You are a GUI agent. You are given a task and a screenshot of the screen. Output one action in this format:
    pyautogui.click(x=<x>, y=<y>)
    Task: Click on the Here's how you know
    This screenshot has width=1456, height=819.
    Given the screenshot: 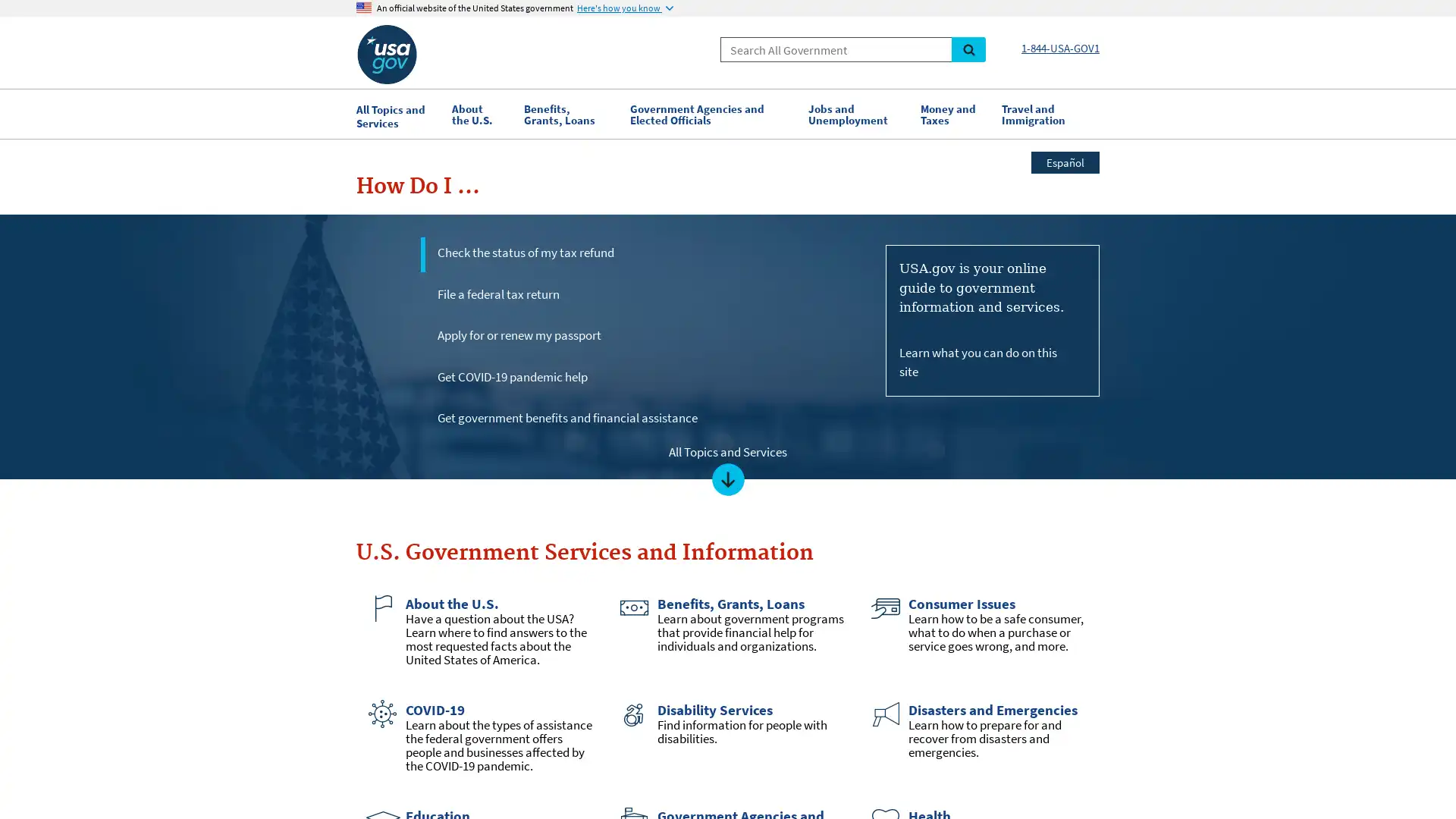 What is the action you would take?
    pyautogui.click(x=625, y=8)
    